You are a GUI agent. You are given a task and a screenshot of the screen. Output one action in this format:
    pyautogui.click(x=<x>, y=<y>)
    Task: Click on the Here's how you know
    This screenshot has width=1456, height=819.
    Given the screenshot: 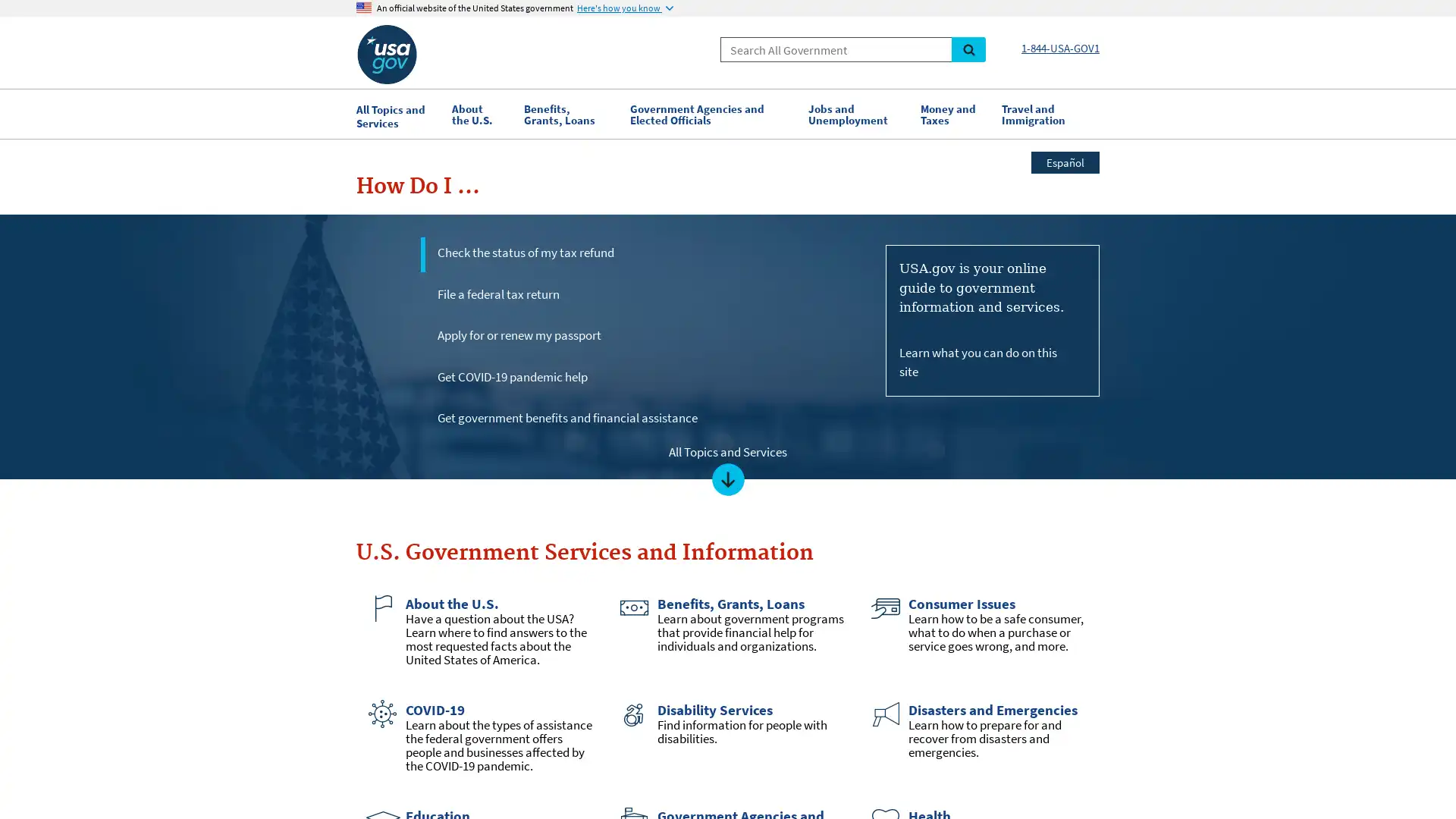 What is the action you would take?
    pyautogui.click(x=625, y=8)
    